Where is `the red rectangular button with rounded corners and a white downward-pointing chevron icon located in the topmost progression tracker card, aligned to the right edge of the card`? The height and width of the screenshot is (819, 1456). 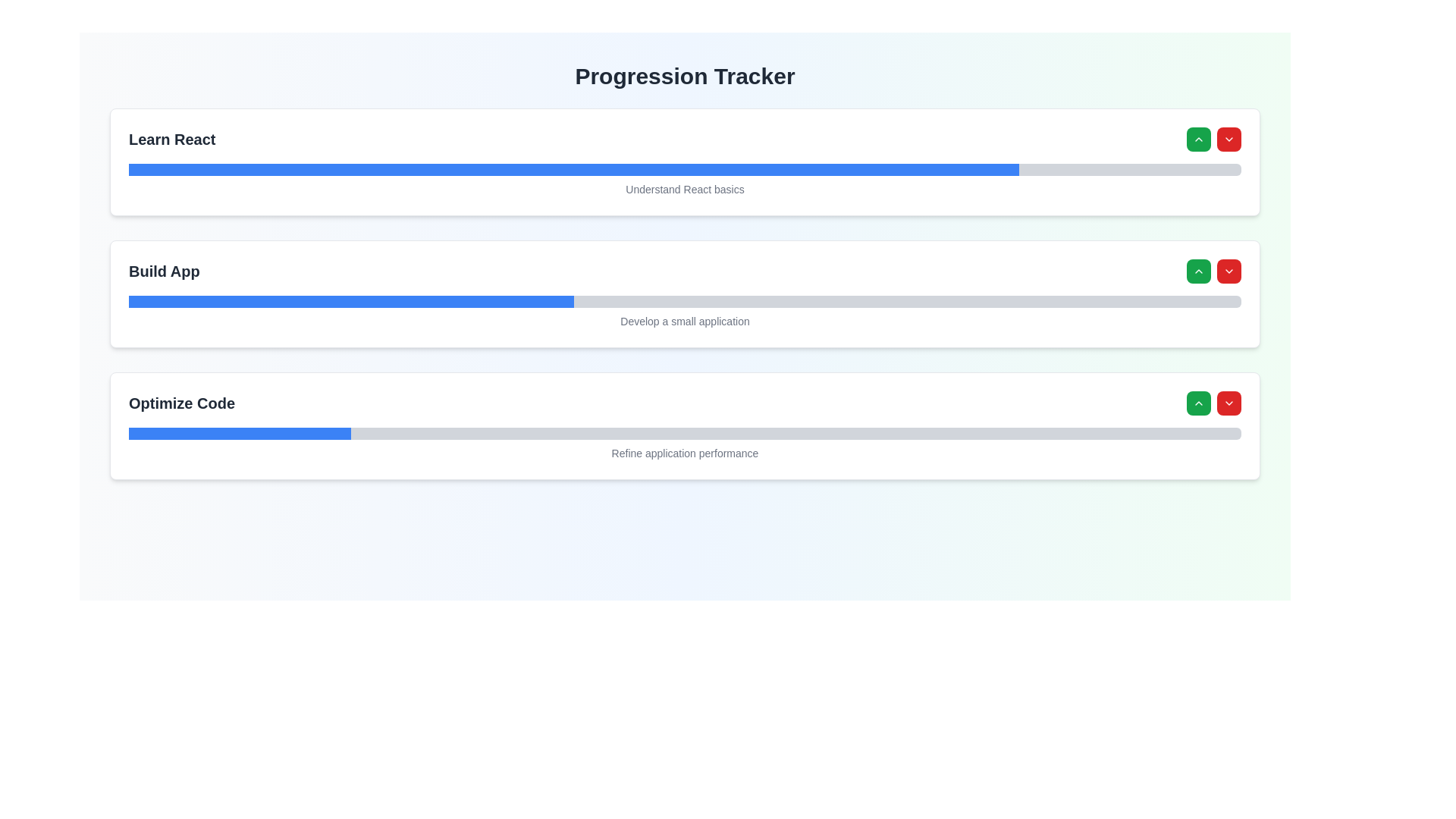
the red rectangular button with rounded corners and a white downward-pointing chevron icon located in the topmost progression tracker card, aligned to the right edge of the card is located at coordinates (1229, 140).